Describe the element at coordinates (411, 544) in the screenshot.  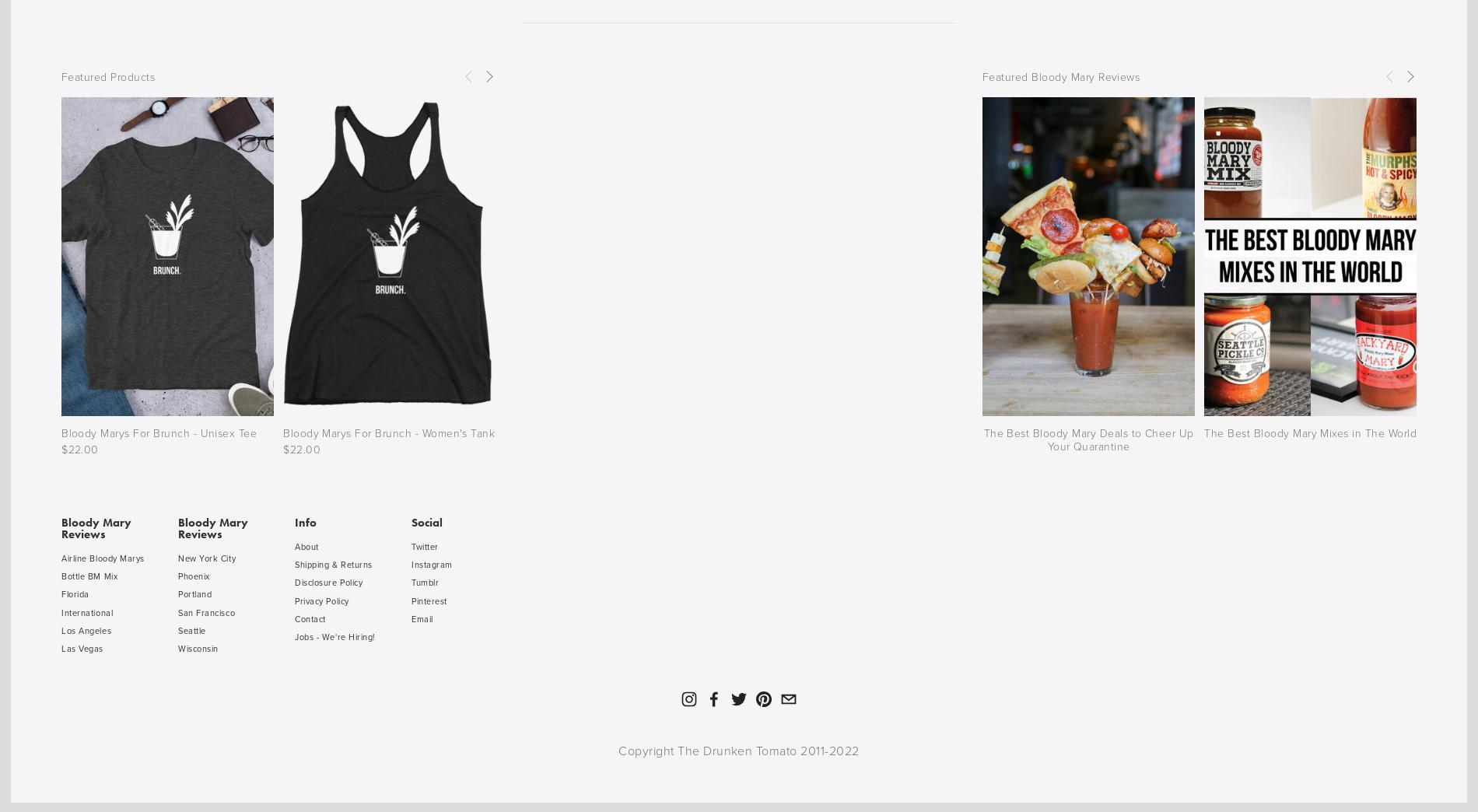
I see `'Twitter'` at that location.